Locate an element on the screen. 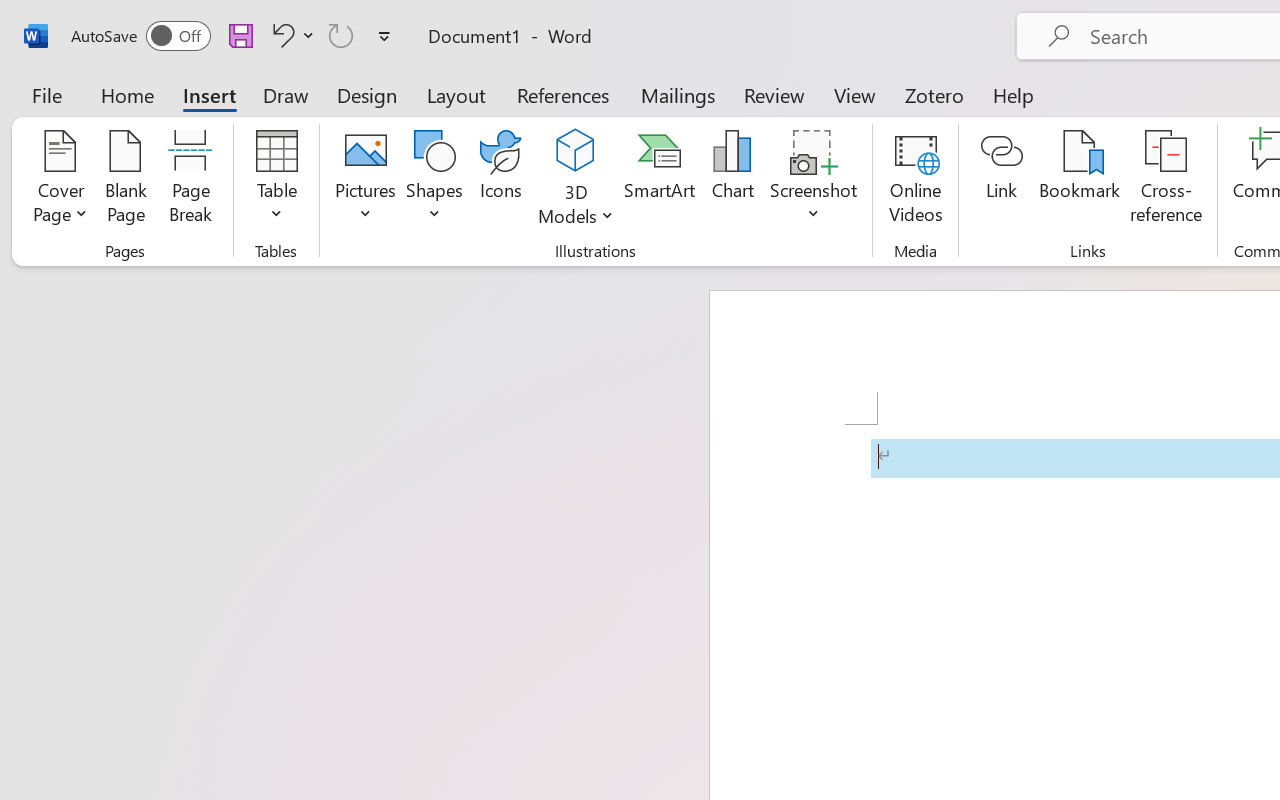  '3D Models' is located at coordinates (575, 151).